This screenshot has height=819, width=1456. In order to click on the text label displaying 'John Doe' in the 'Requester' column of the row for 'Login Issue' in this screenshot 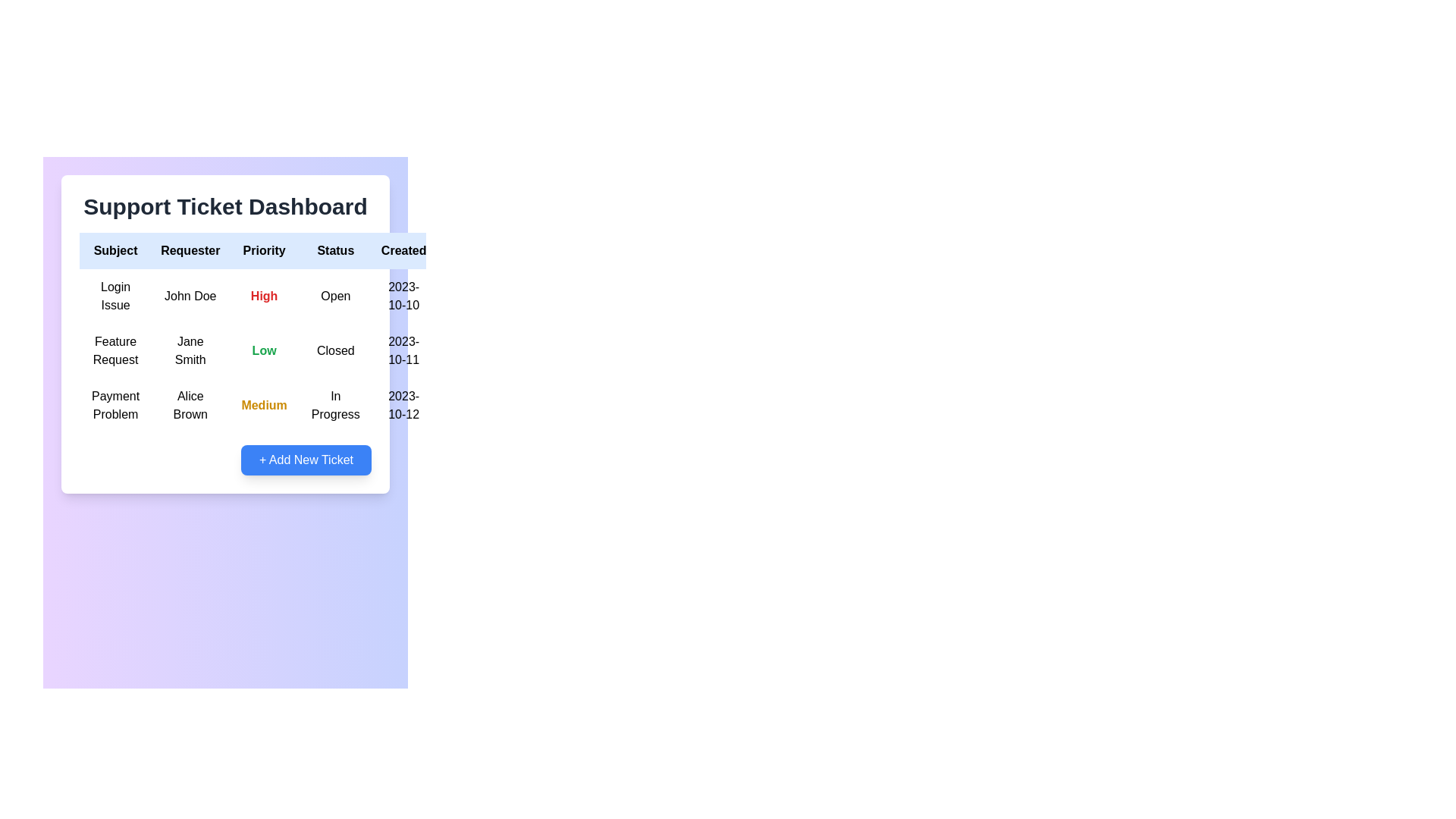, I will do `click(190, 296)`.